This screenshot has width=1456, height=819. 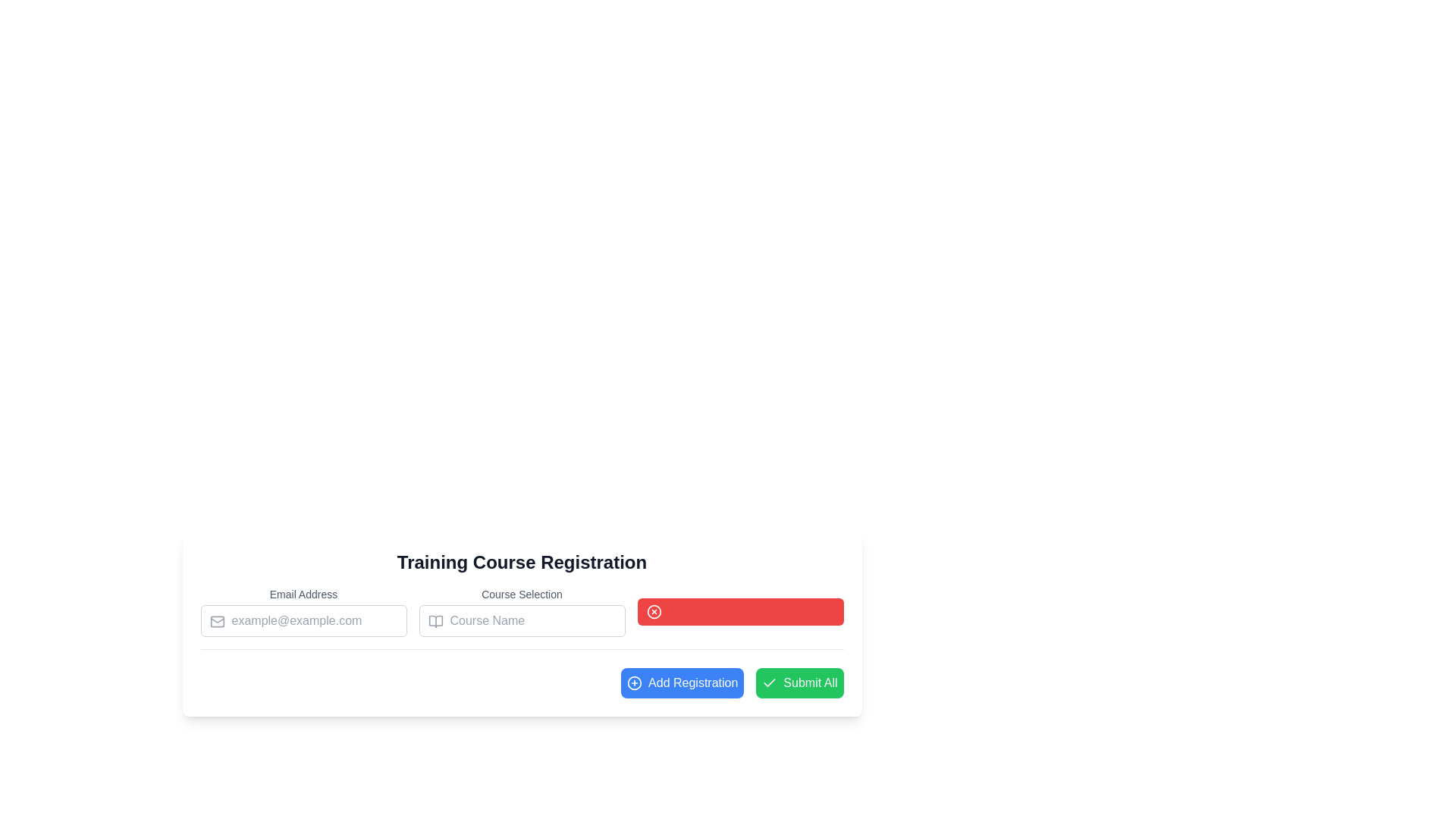 What do you see at coordinates (303, 620) in the screenshot?
I see `the email input field located under the label 'Email Address' in the 'Training Course Registration' form to focus on it` at bounding box center [303, 620].